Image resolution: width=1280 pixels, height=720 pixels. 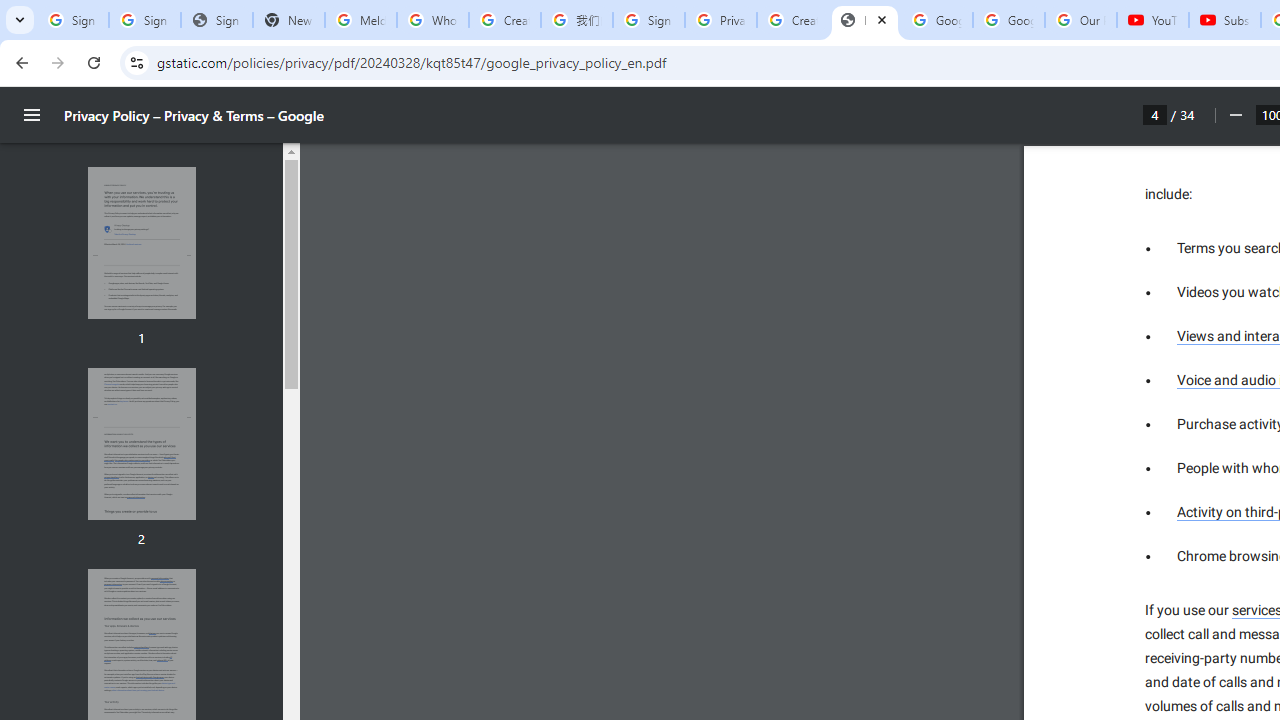 I want to click on 'Search tabs', so click(x=20, y=20).